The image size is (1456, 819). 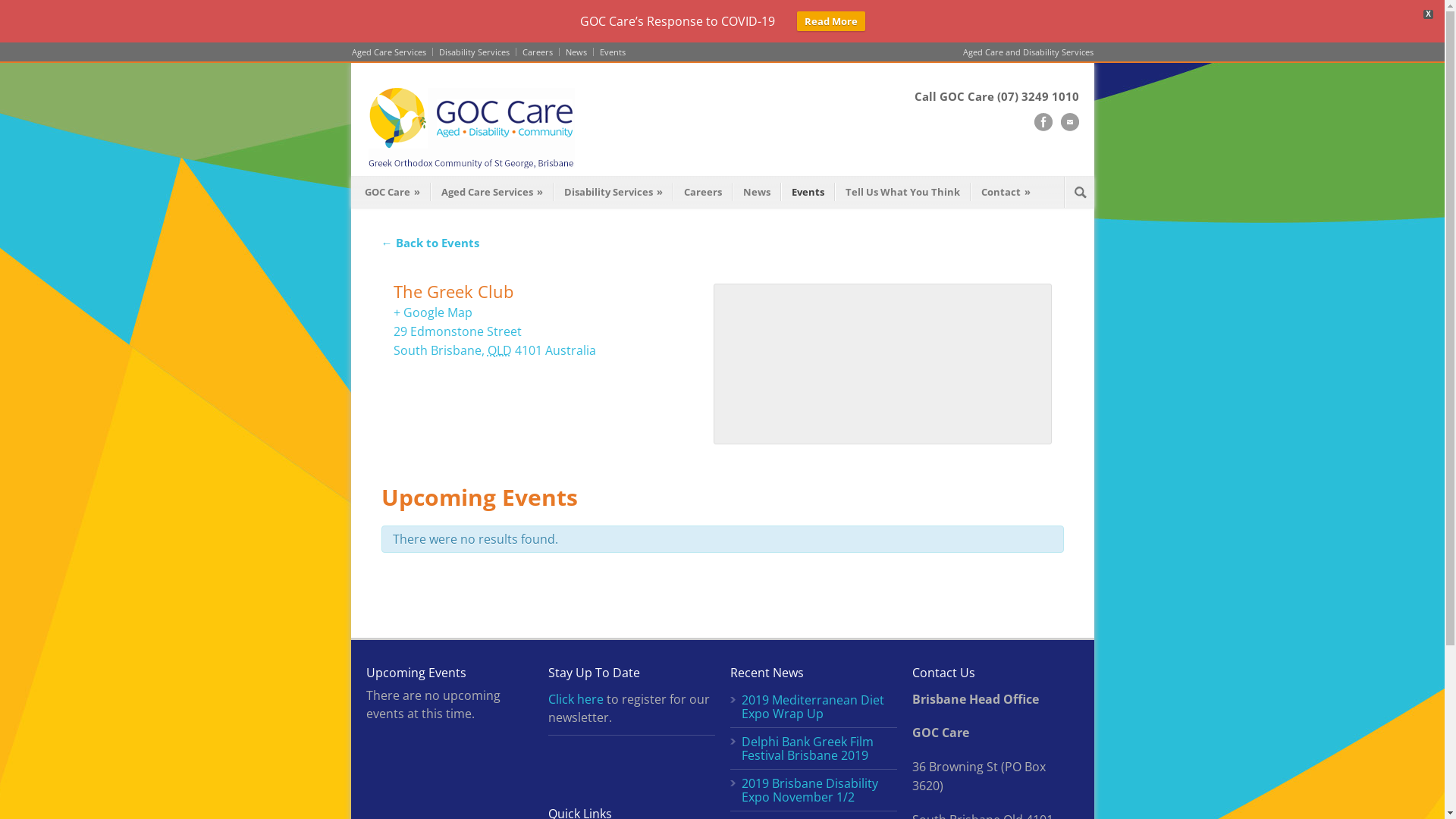 I want to click on 'News', so click(x=576, y=51).